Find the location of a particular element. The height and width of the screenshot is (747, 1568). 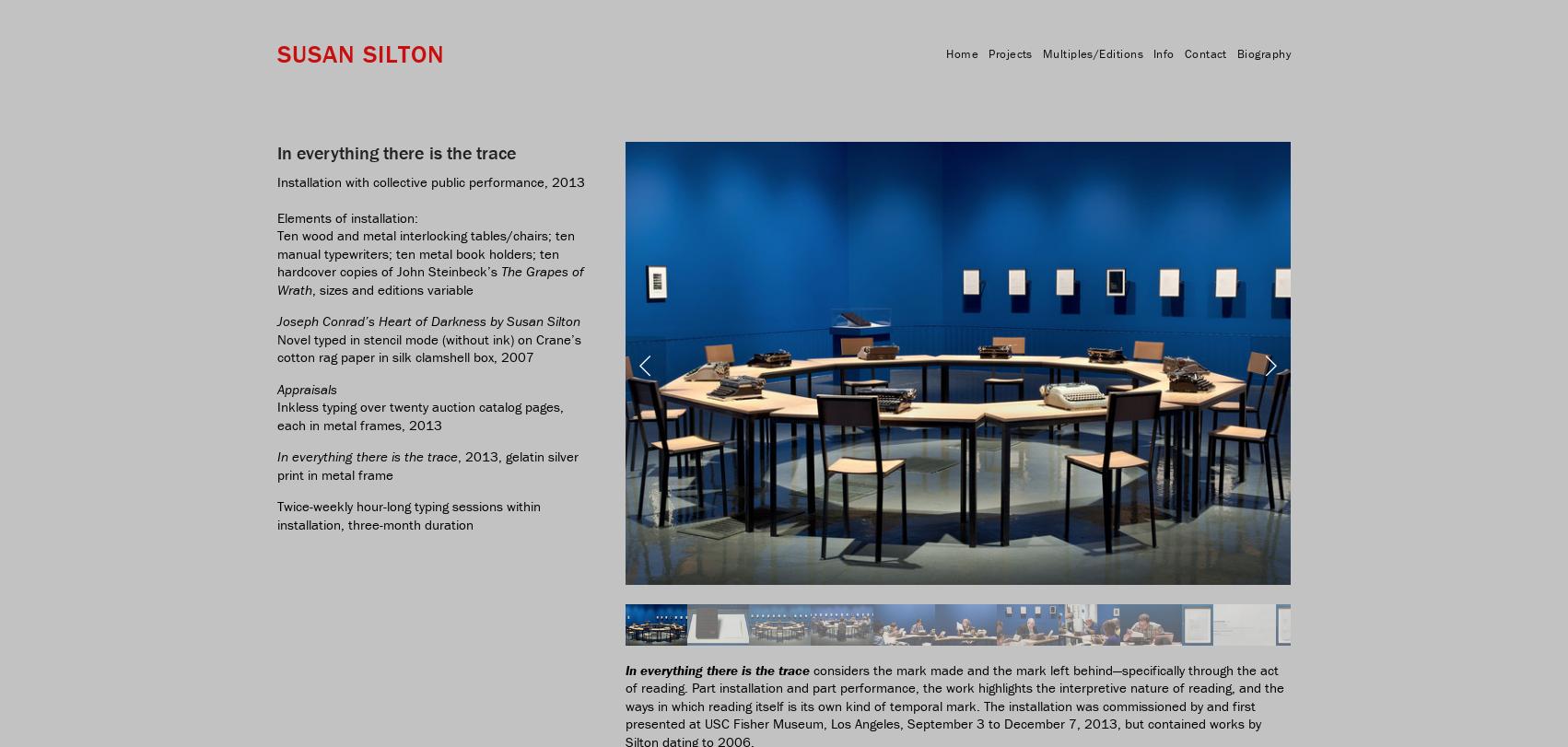

'Inkless typing over twenty auction catalog pages, each in metal frames, 2013' is located at coordinates (421, 414).